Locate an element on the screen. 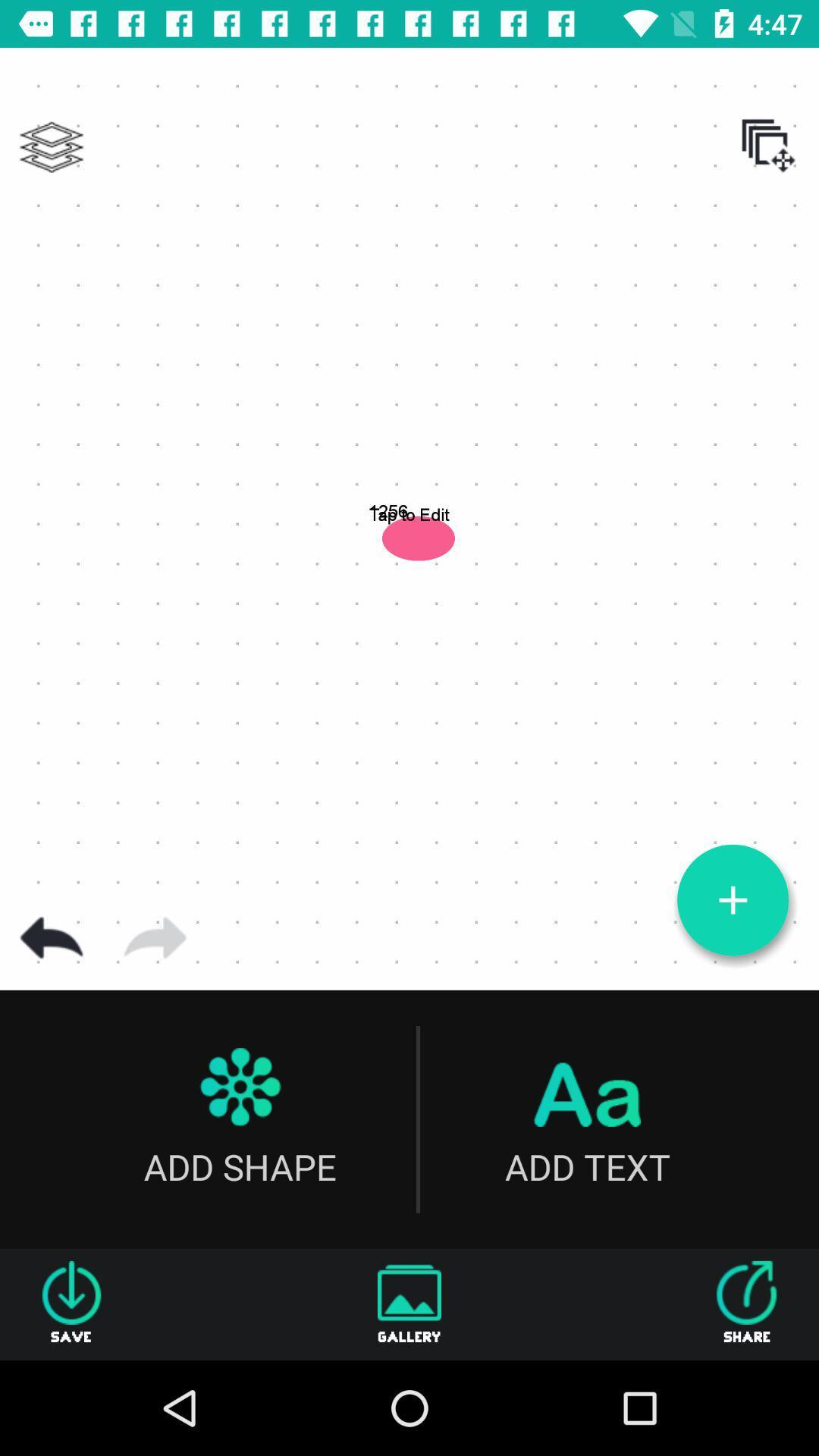  new entry is located at coordinates (732, 900).